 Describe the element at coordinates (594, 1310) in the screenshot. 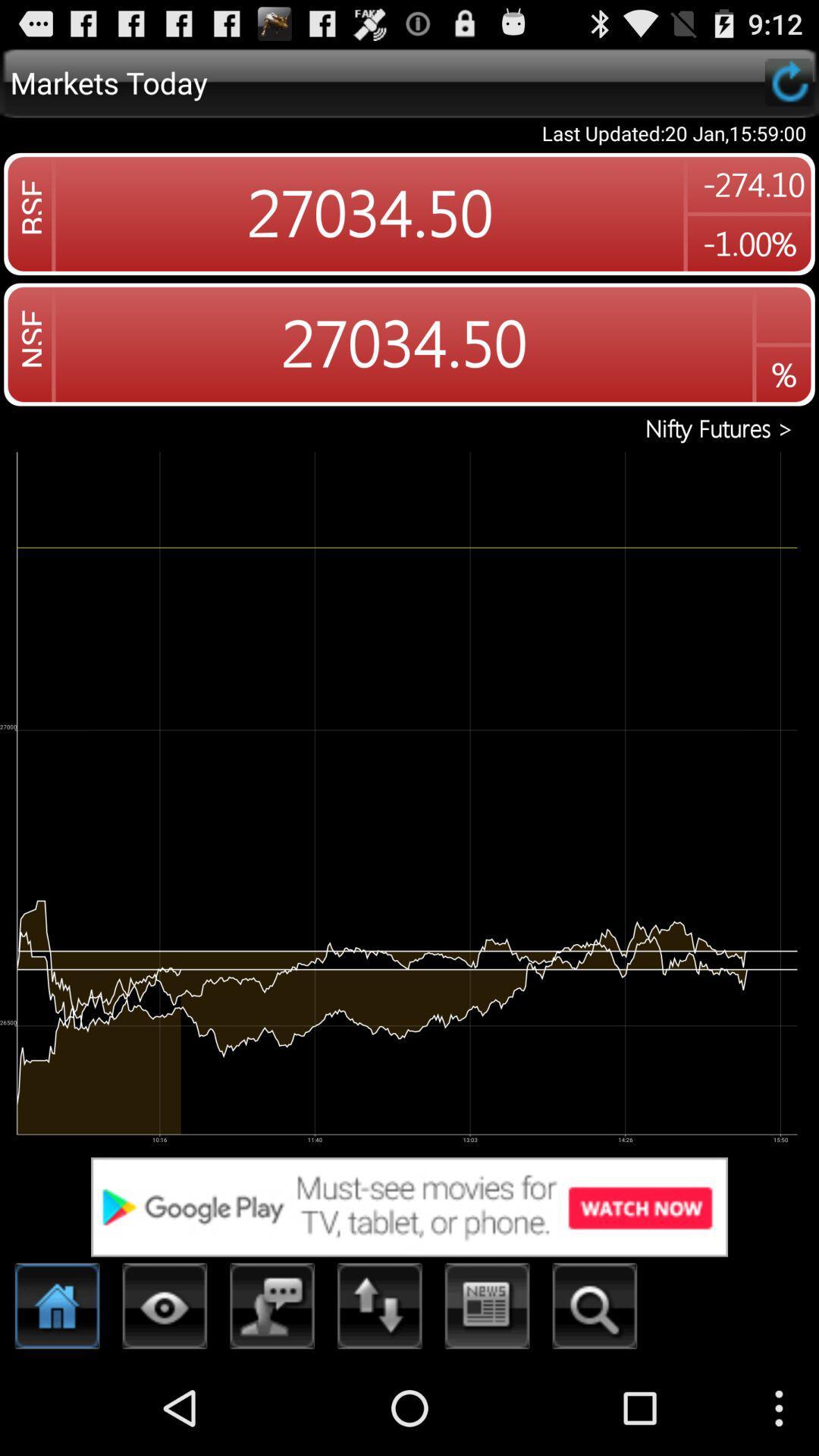

I see `search` at that location.